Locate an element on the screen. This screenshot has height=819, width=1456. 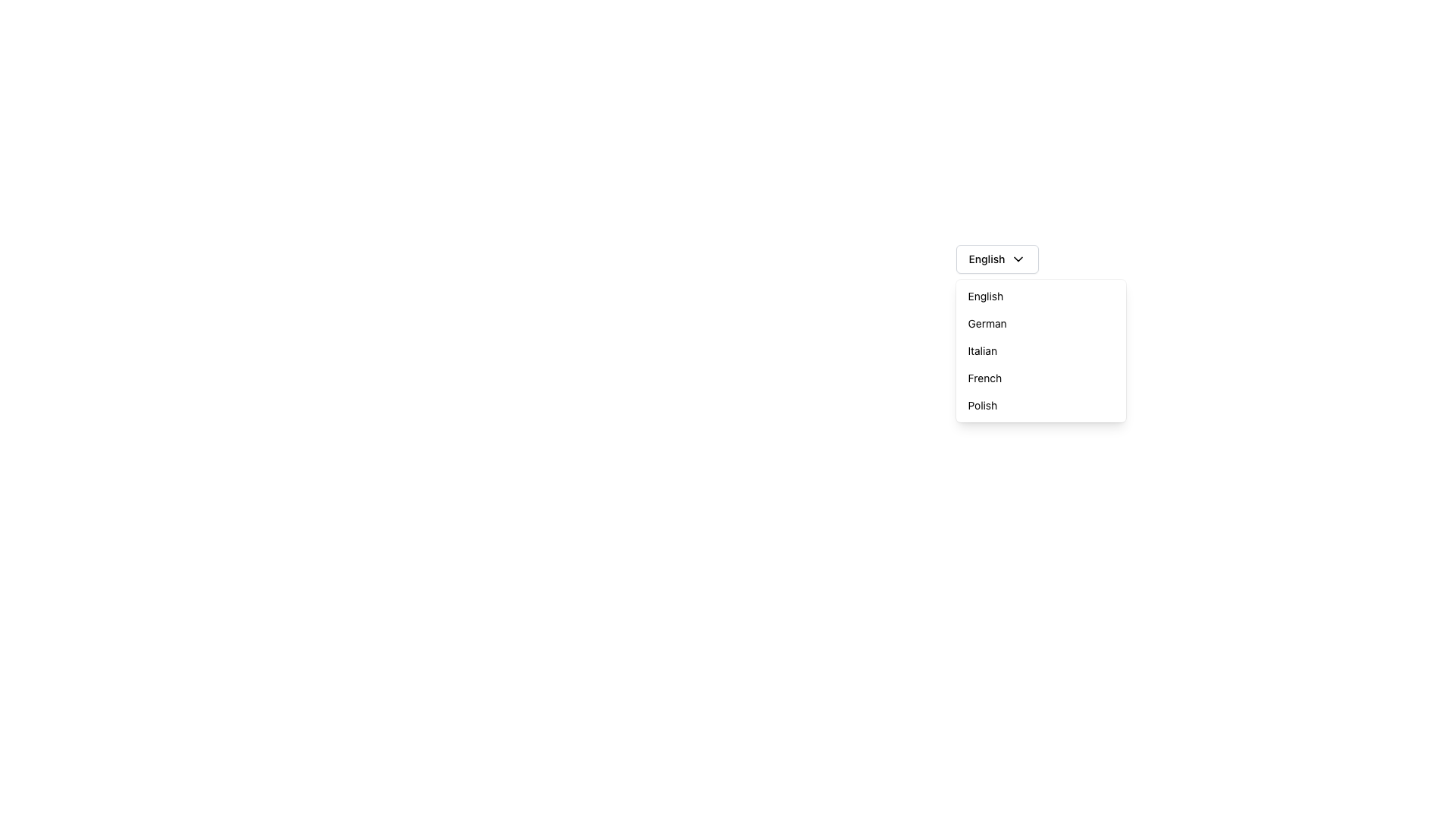
the fifth selectable option in the dropdown menu that sets the application's language to Polish, highlighting it is located at coordinates (1040, 405).